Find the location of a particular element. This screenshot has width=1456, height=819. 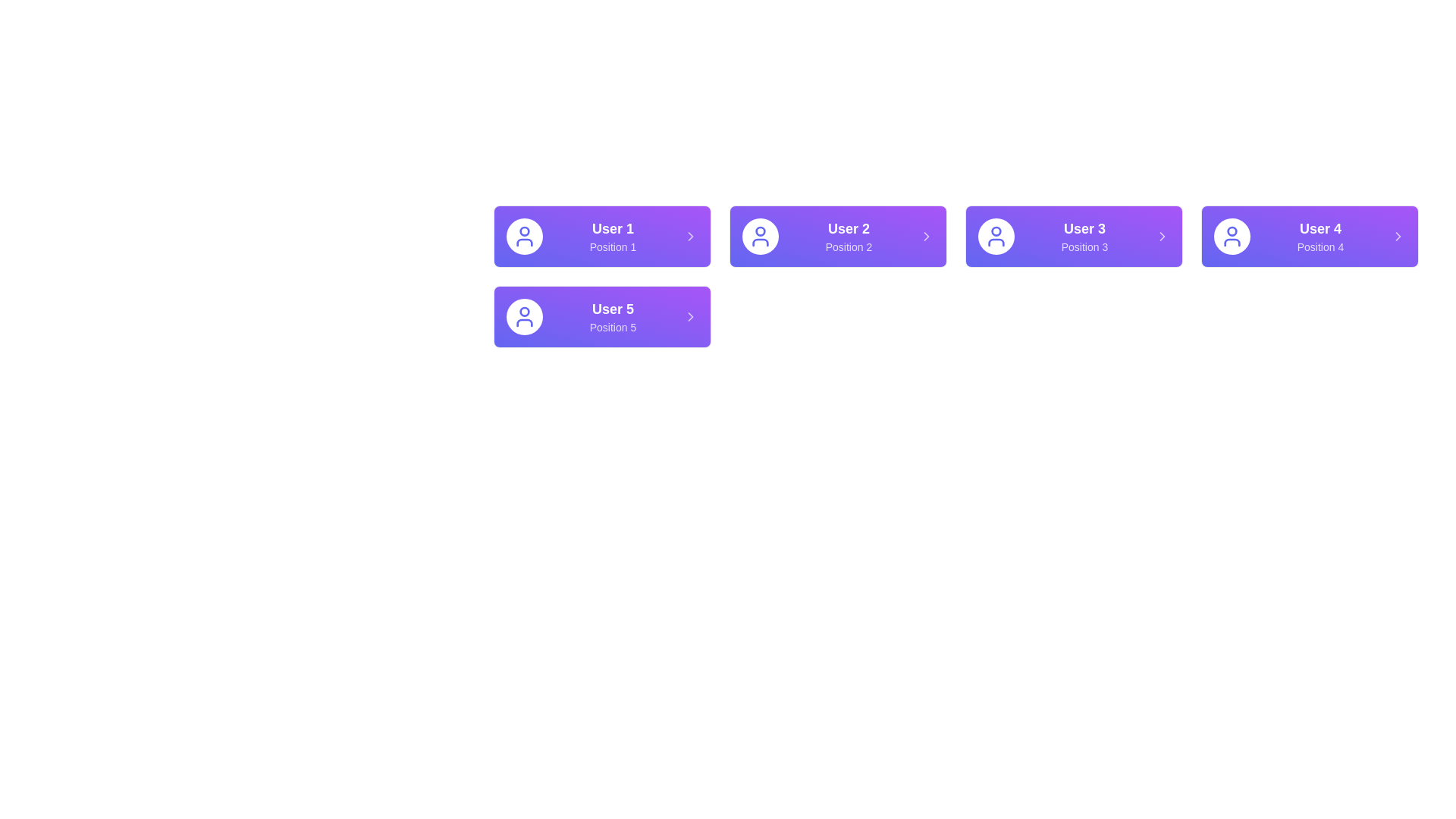

the Text Label displaying 'User 3', which serves as an identifier within the interface, positioned centrally between similar boxes labeled 'User 2' and 'User 4' is located at coordinates (1084, 228).